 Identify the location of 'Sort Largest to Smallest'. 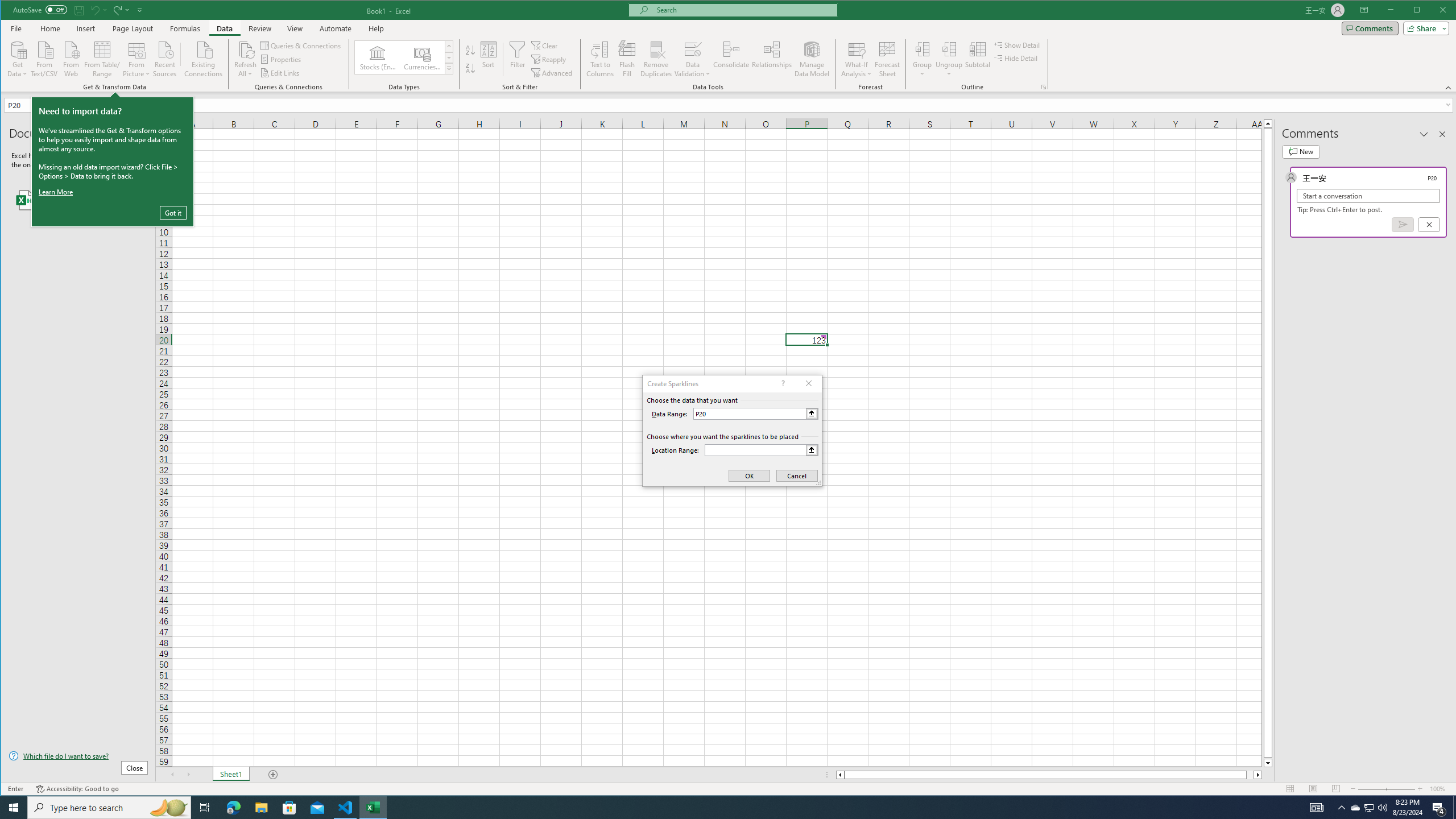
(470, 68).